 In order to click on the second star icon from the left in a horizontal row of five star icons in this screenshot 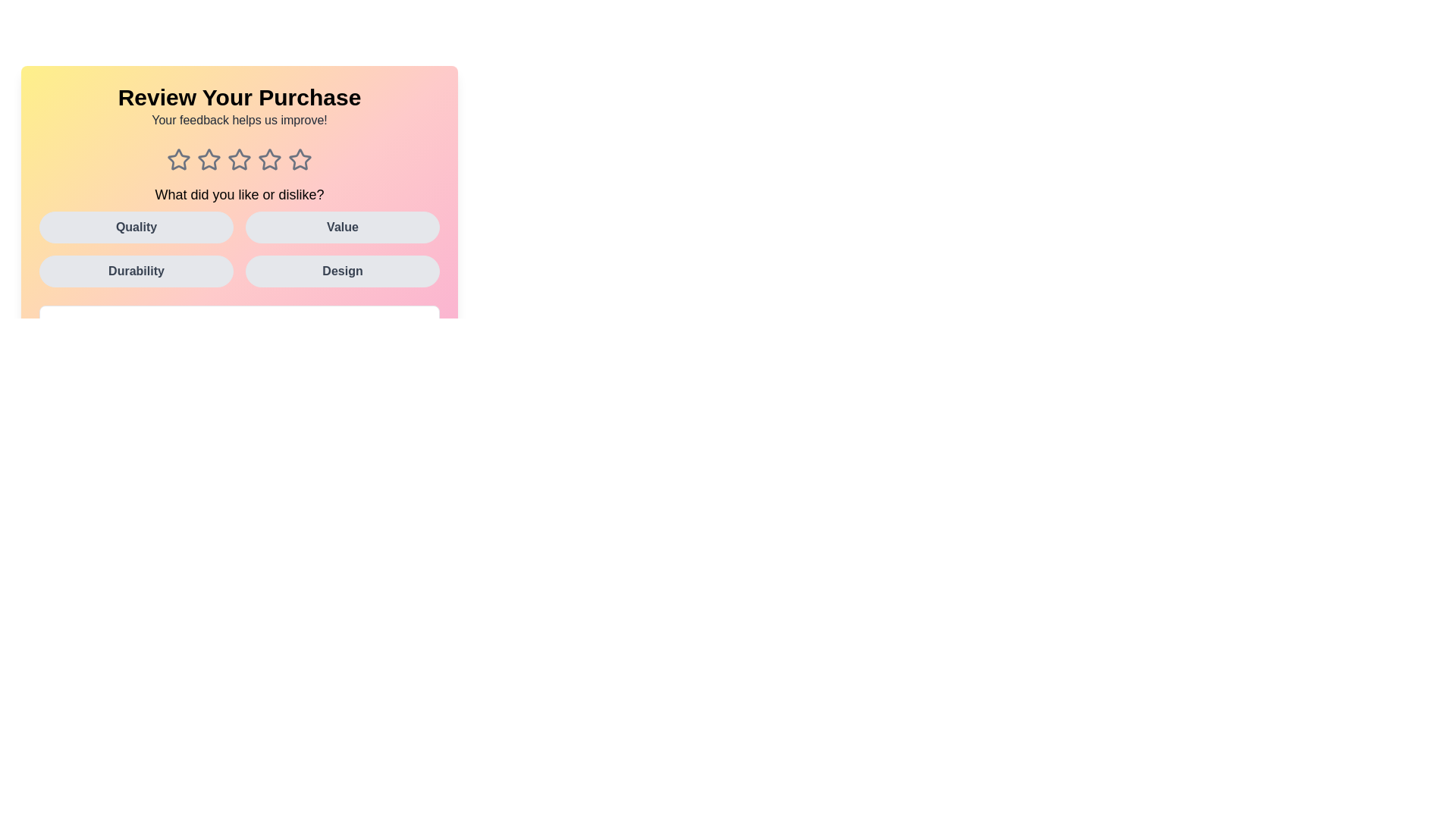, I will do `click(208, 160)`.